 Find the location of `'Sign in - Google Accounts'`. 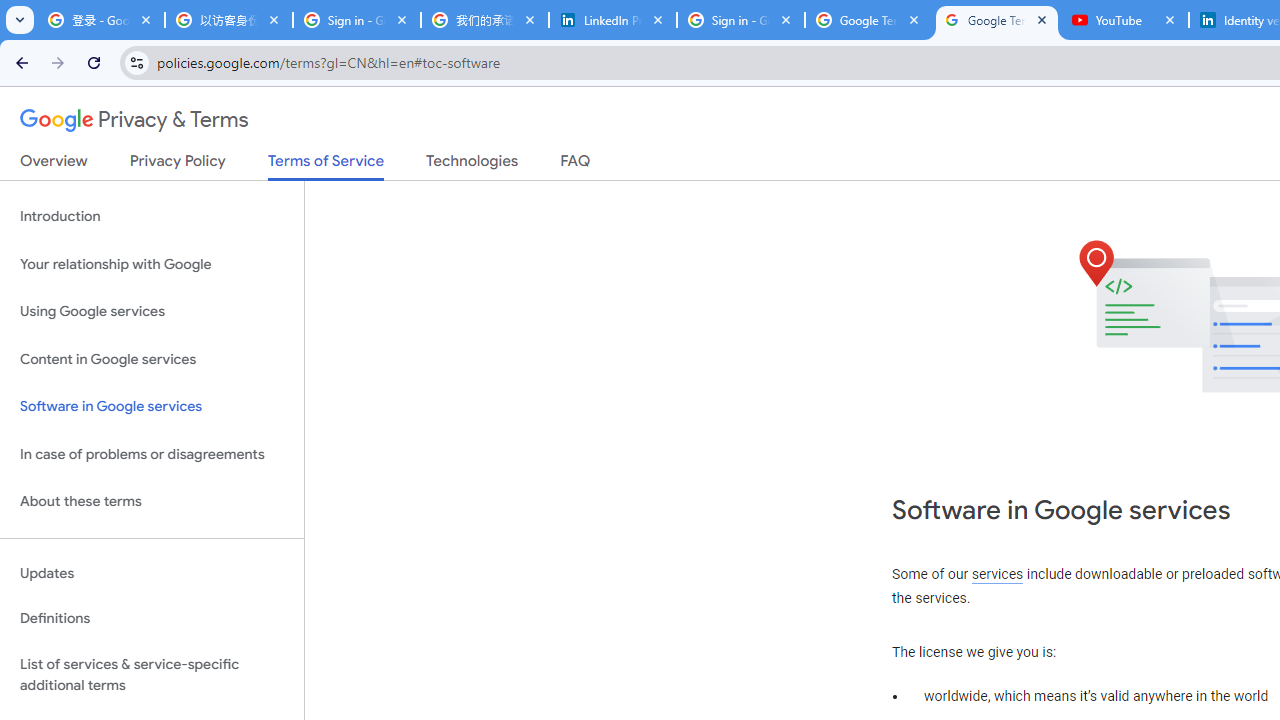

'Sign in - Google Accounts' is located at coordinates (740, 20).